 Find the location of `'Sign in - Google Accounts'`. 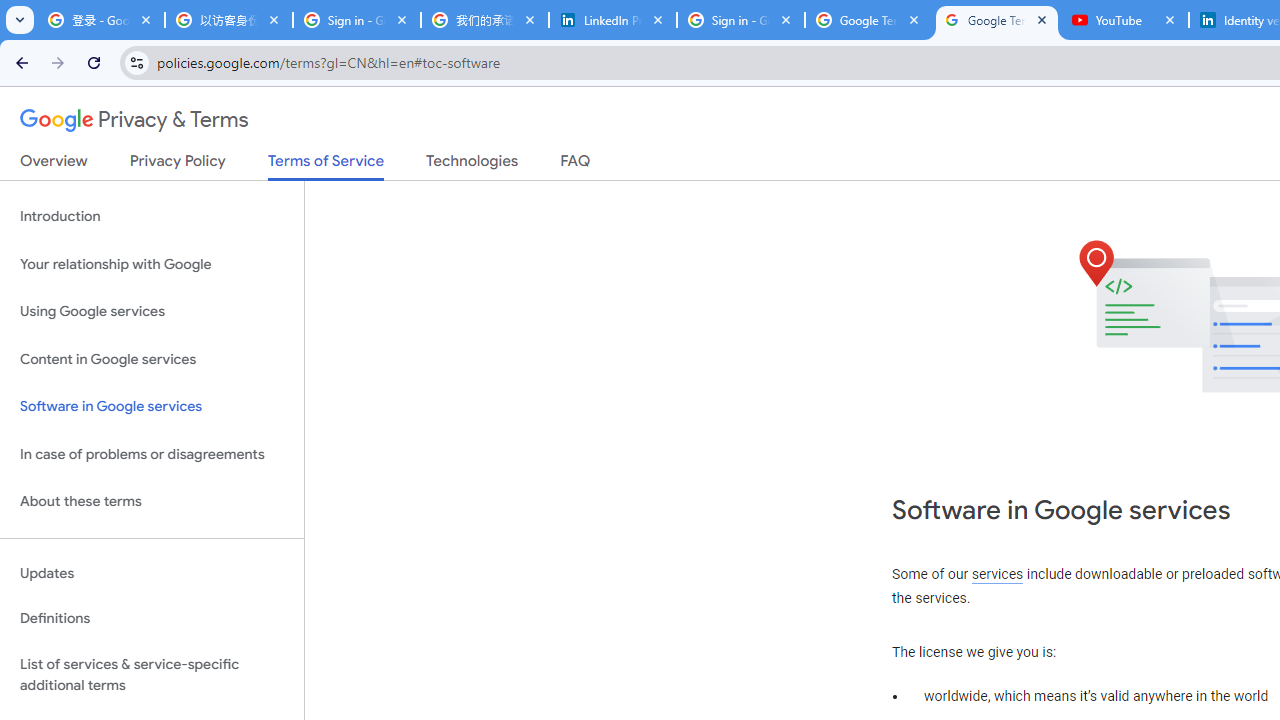

'Sign in - Google Accounts' is located at coordinates (740, 20).